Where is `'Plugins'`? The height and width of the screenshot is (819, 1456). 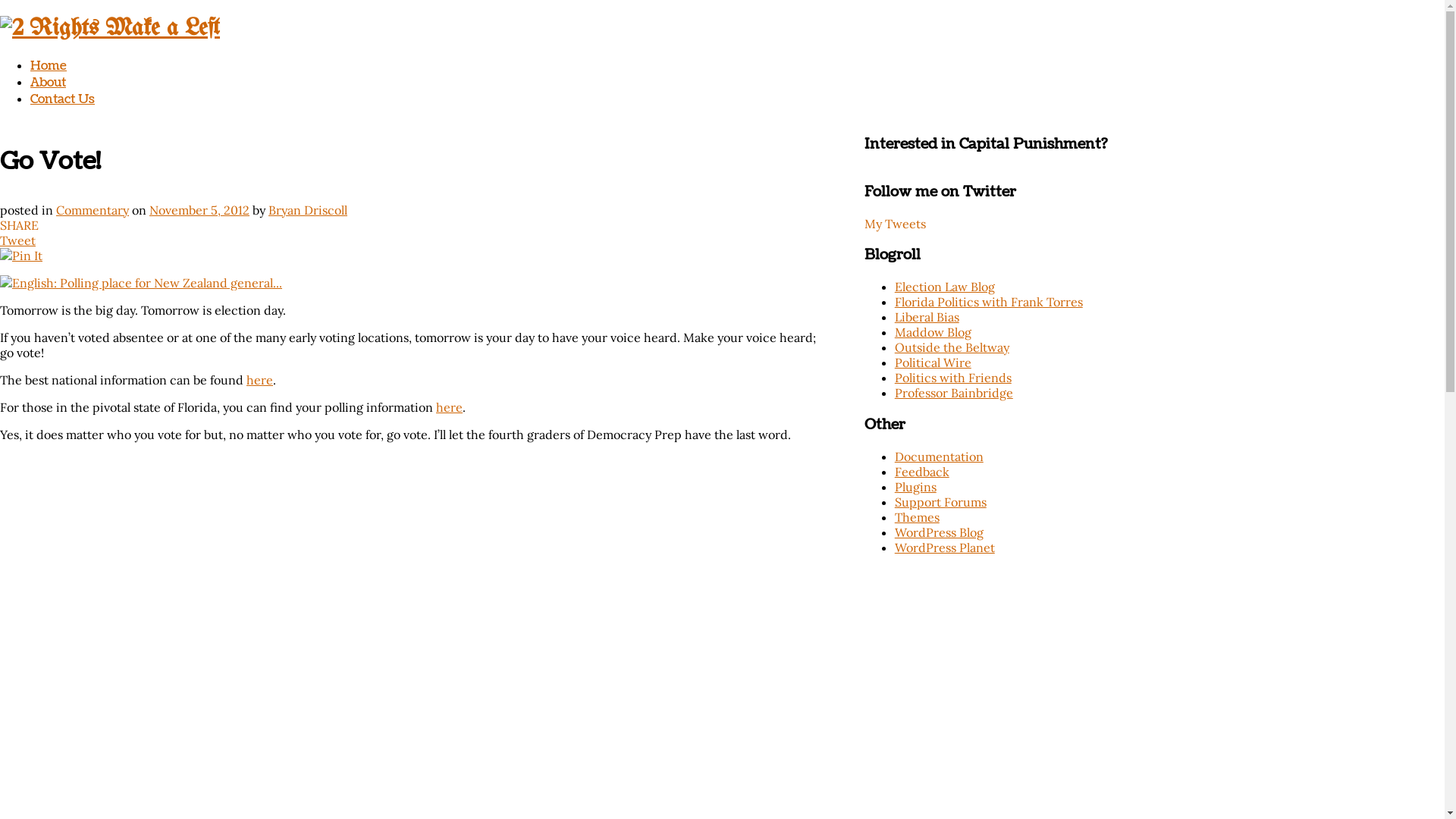 'Plugins' is located at coordinates (915, 486).